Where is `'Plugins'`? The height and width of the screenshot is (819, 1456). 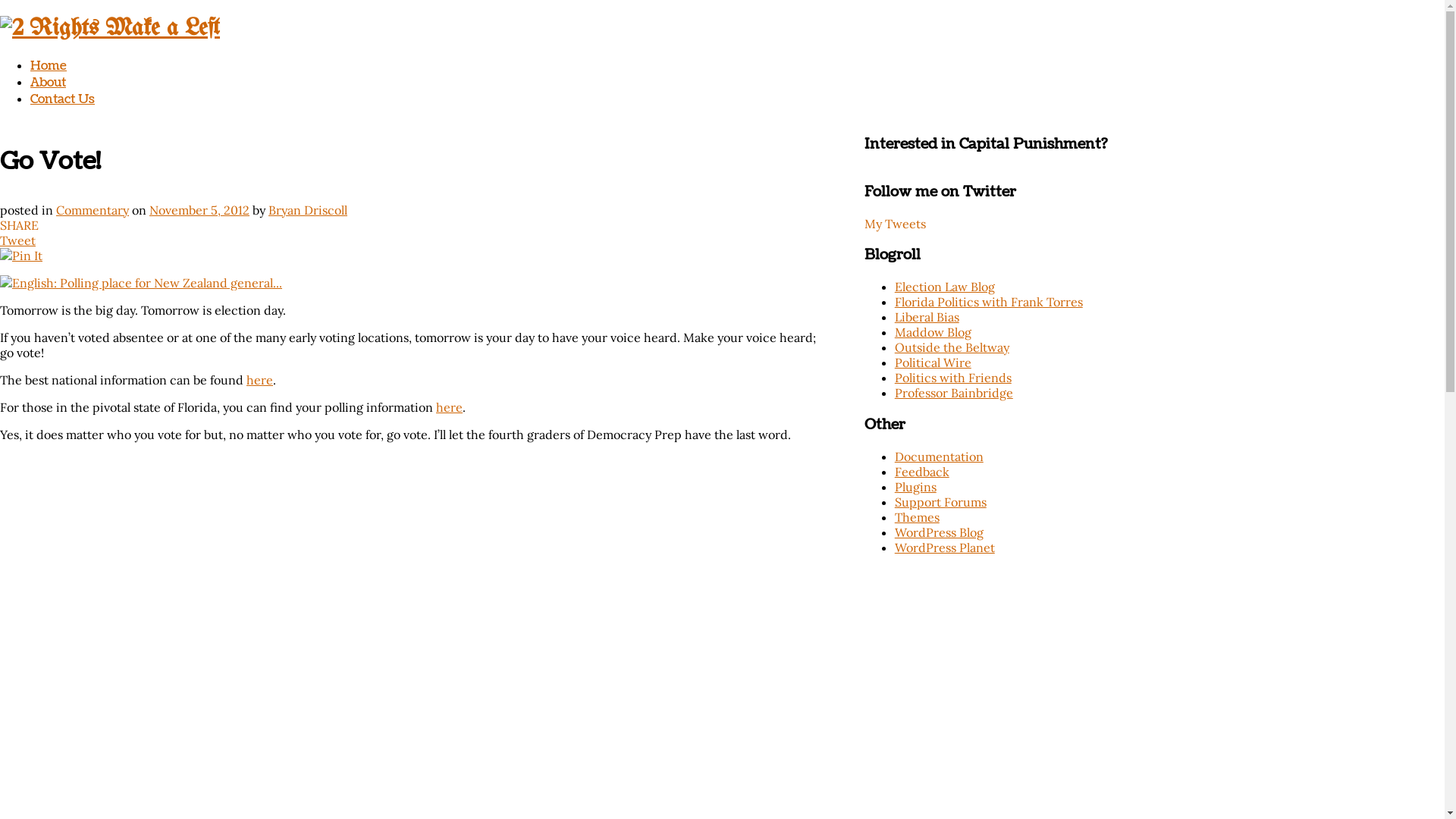 'Plugins' is located at coordinates (915, 486).